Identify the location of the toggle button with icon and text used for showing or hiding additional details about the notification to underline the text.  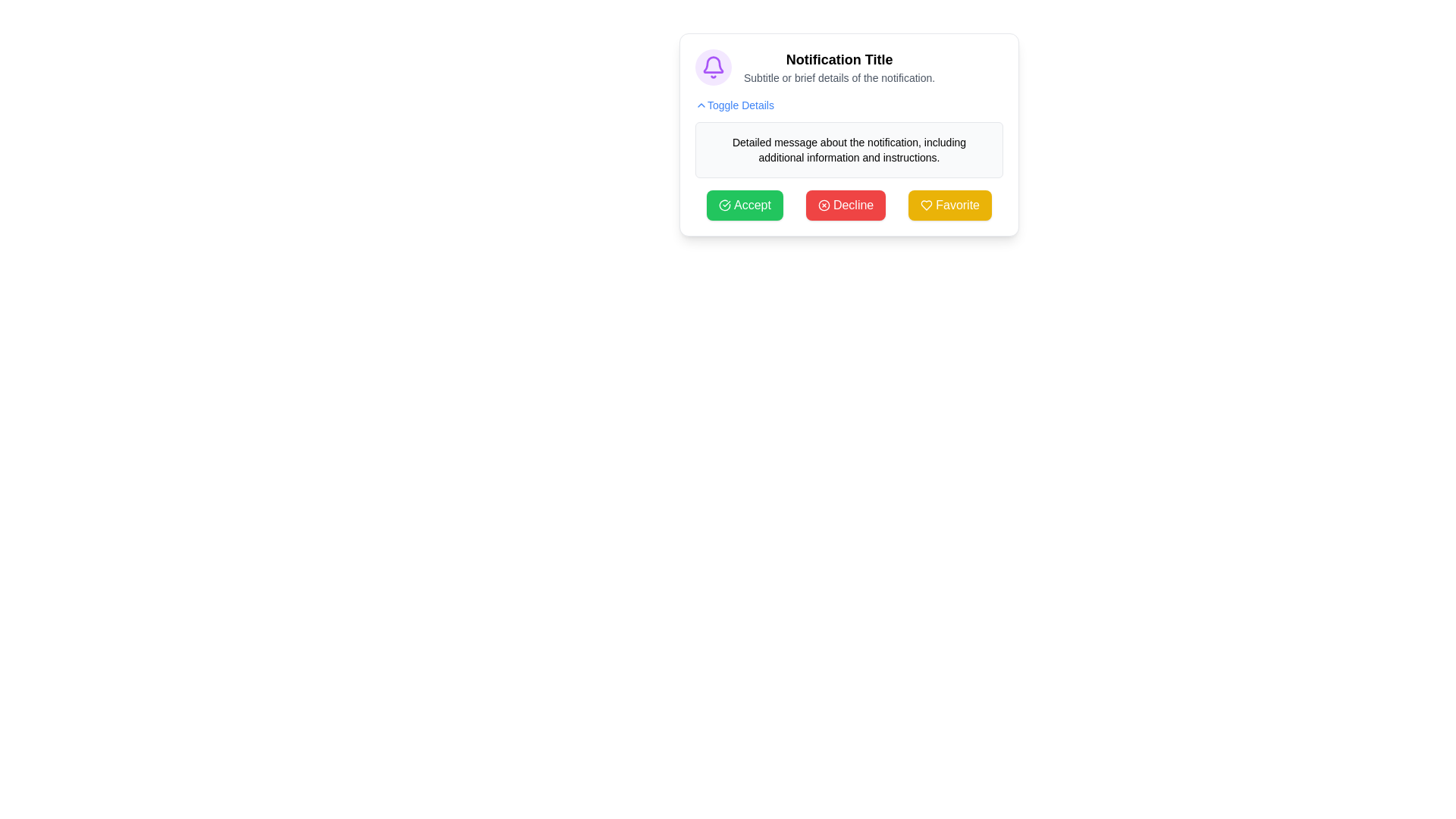
(735, 104).